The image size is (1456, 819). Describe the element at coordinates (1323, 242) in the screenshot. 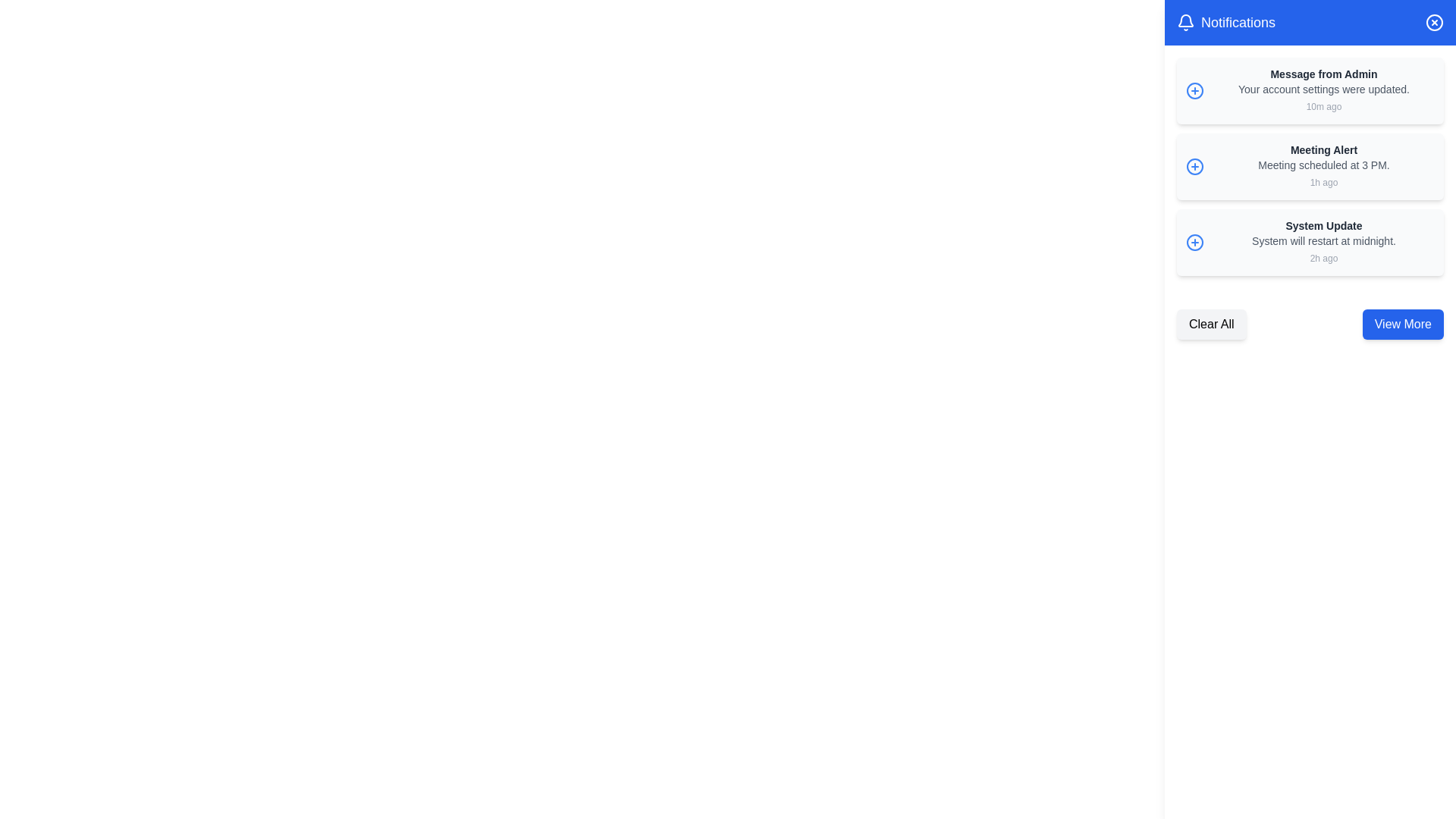

I see `the third notification entry in the sidebar that provides details about a system update and its scheduled restart time` at that location.